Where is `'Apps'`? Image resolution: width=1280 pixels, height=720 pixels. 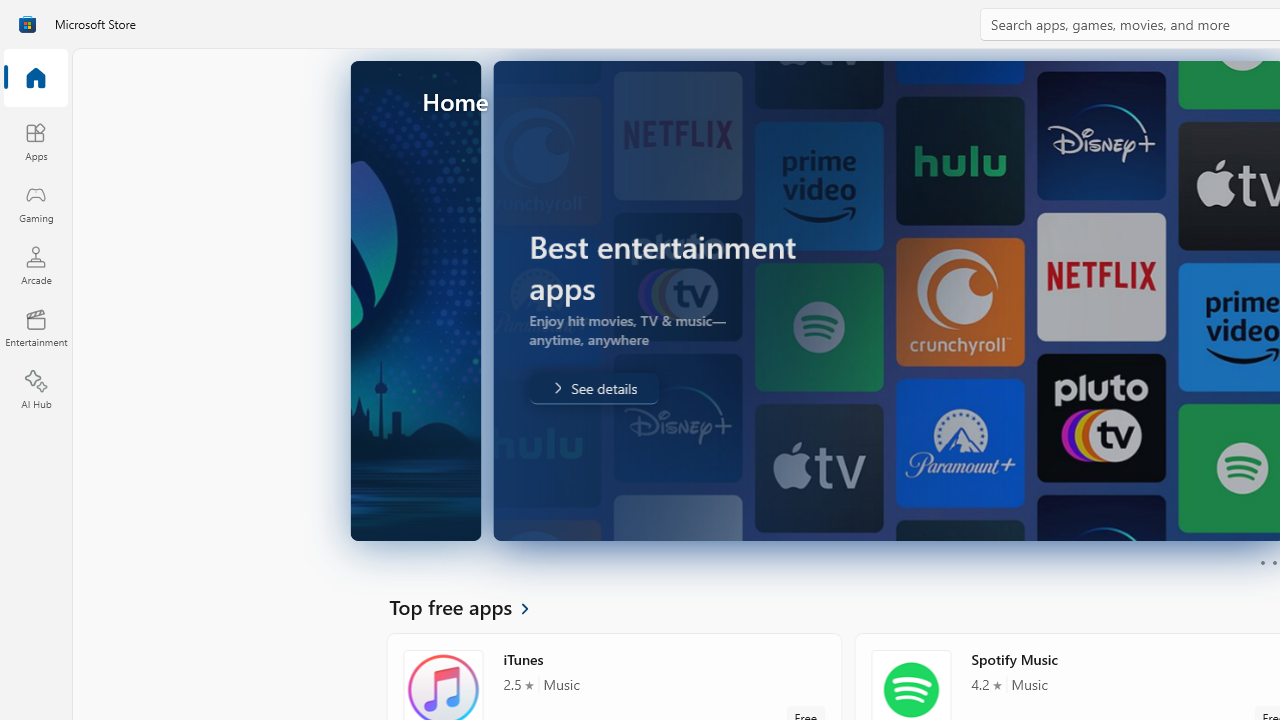
'Apps' is located at coordinates (35, 140).